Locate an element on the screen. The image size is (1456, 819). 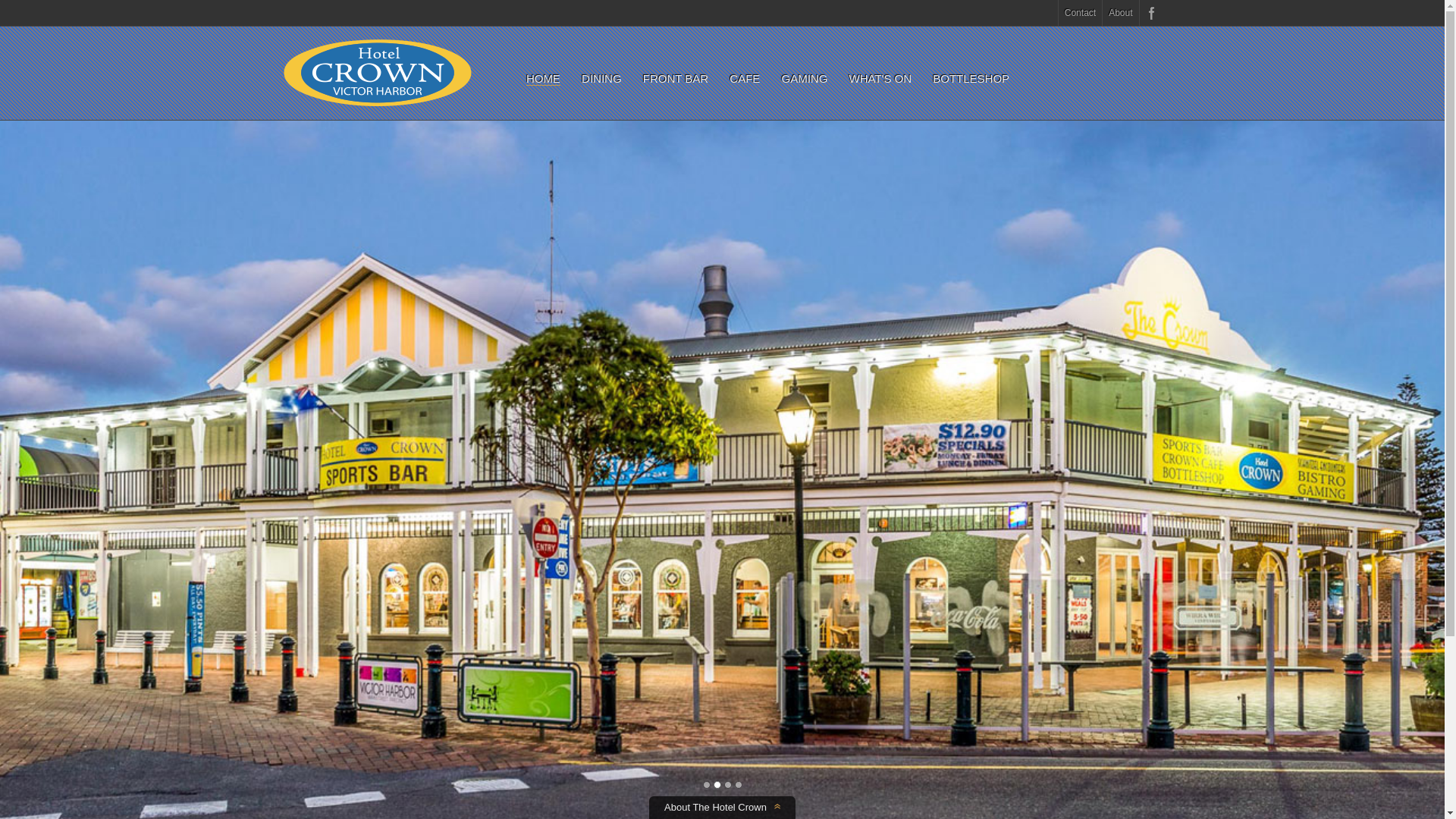
'3' is located at coordinates (726, 784).